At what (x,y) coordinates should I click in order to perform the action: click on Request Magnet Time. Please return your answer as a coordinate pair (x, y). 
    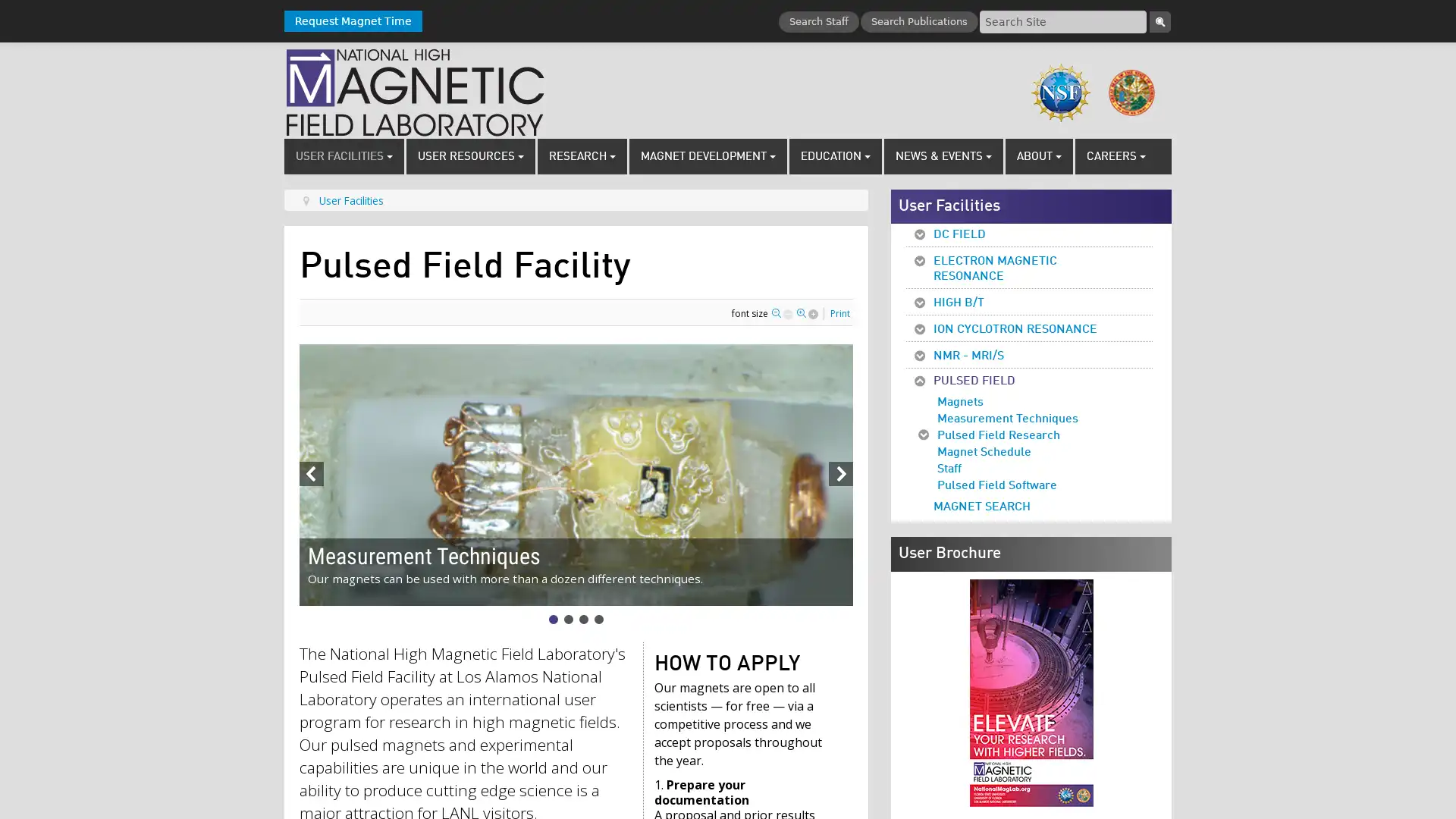
    Looking at the image, I should click on (352, 20).